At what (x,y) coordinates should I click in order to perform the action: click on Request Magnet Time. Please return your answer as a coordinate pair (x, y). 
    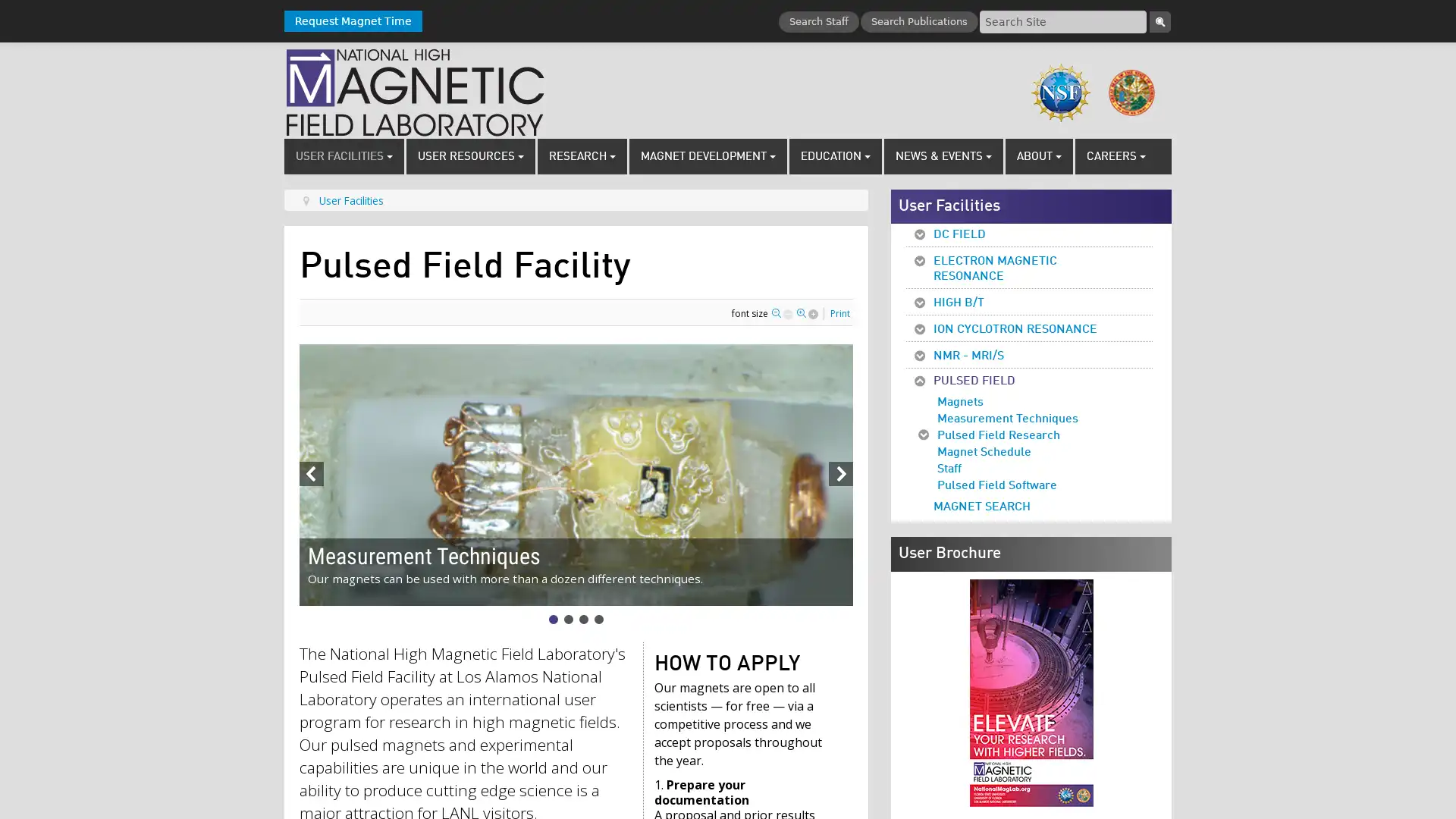
    Looking at the image, I should click on (352, 20).